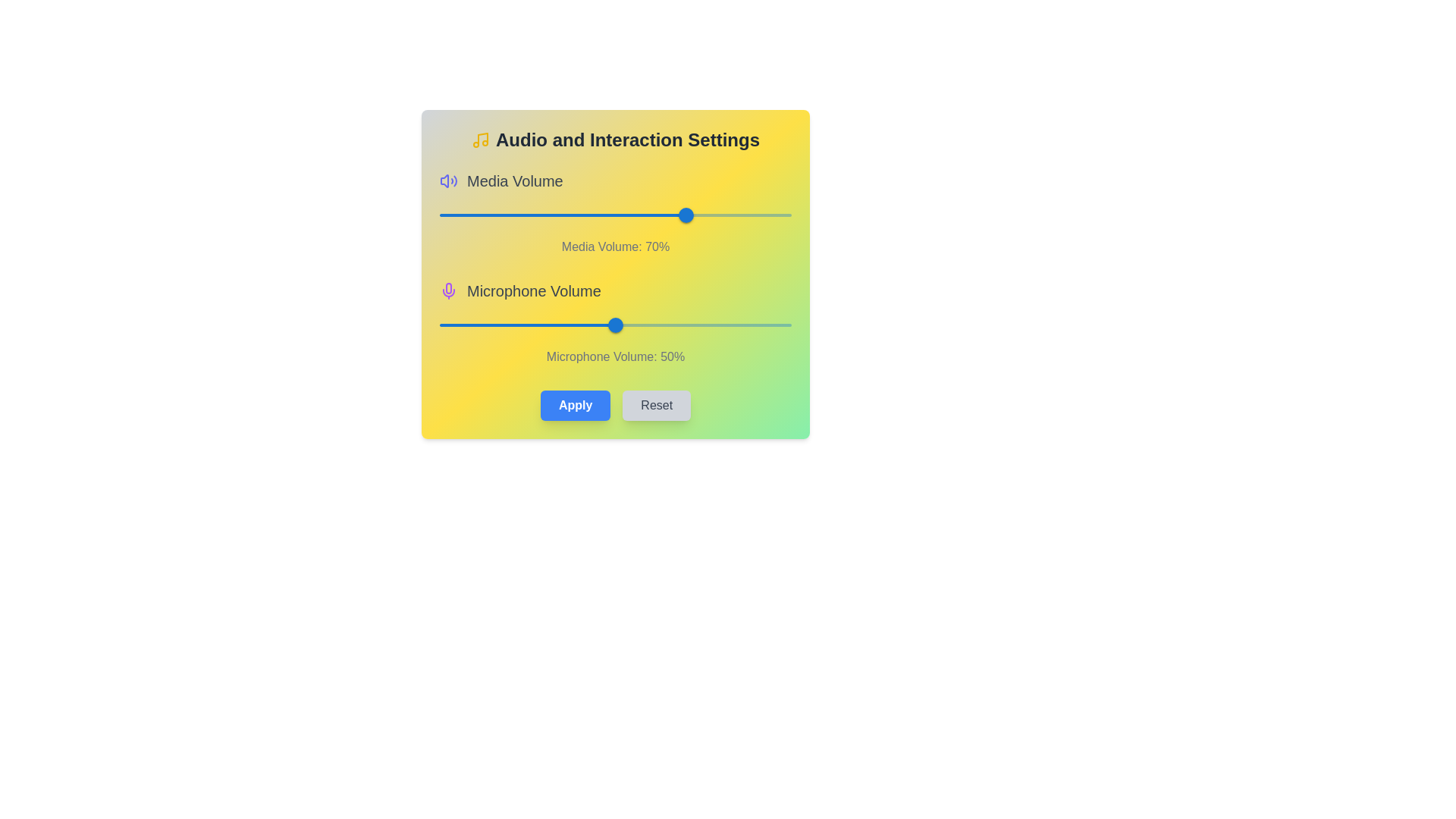 The image size is (1456, 819). I want to click on the red filled portion of the Media Volume slider's progress bar, which visually represents the current volume level, so click(562, 215).